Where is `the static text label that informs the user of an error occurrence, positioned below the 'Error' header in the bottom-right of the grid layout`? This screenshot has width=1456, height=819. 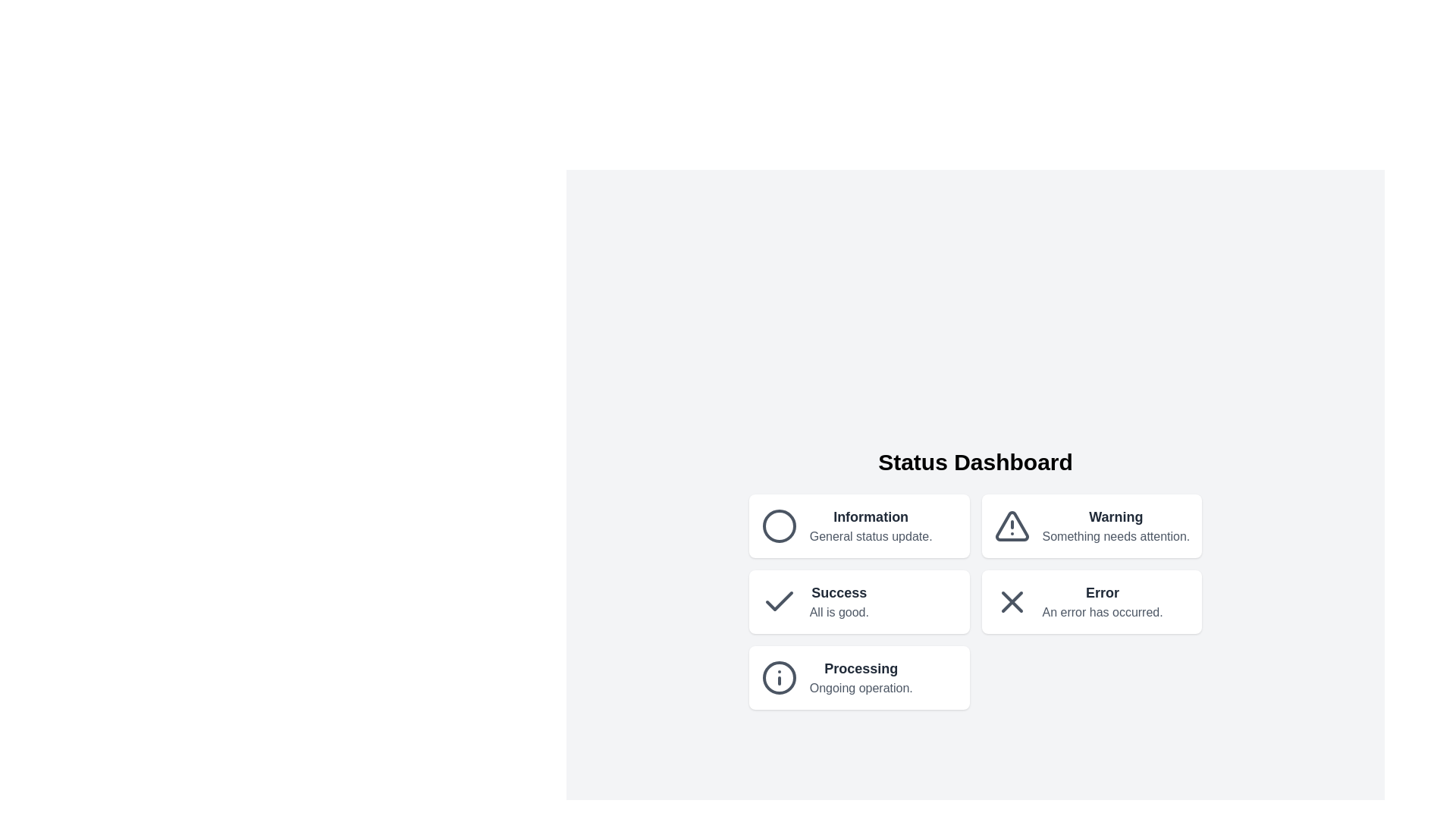
the static text label that informs the user of an error occurrence, positioned below the 'Error' header in the bottom-right of the grid layout is located at coordinates (1103, 611).